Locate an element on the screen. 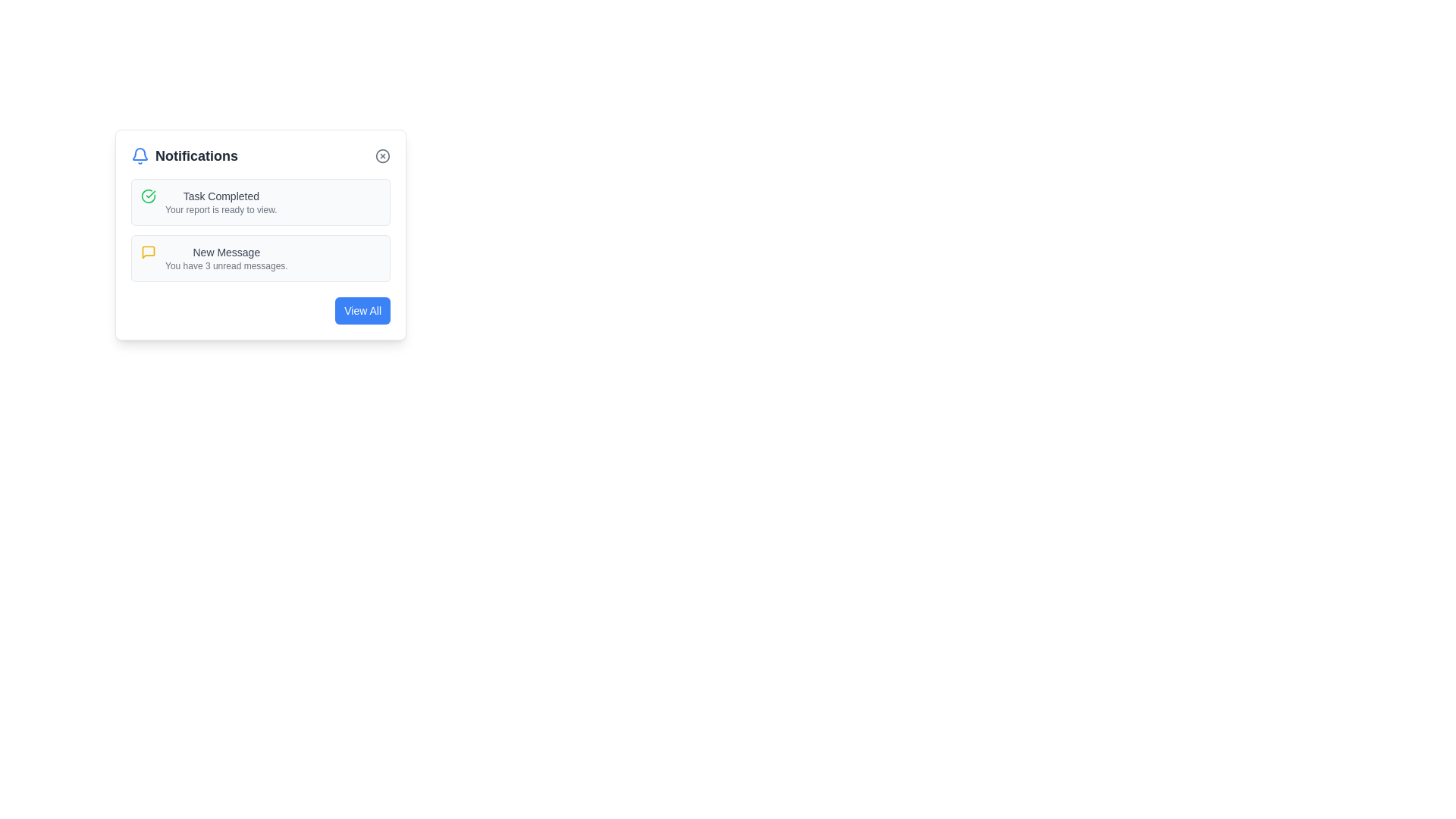  the 'New Message' text label, which is a gray-colored text in a sans-serif typeface located above the unread messages notification in the notification card is located at coordinates (225, 251).